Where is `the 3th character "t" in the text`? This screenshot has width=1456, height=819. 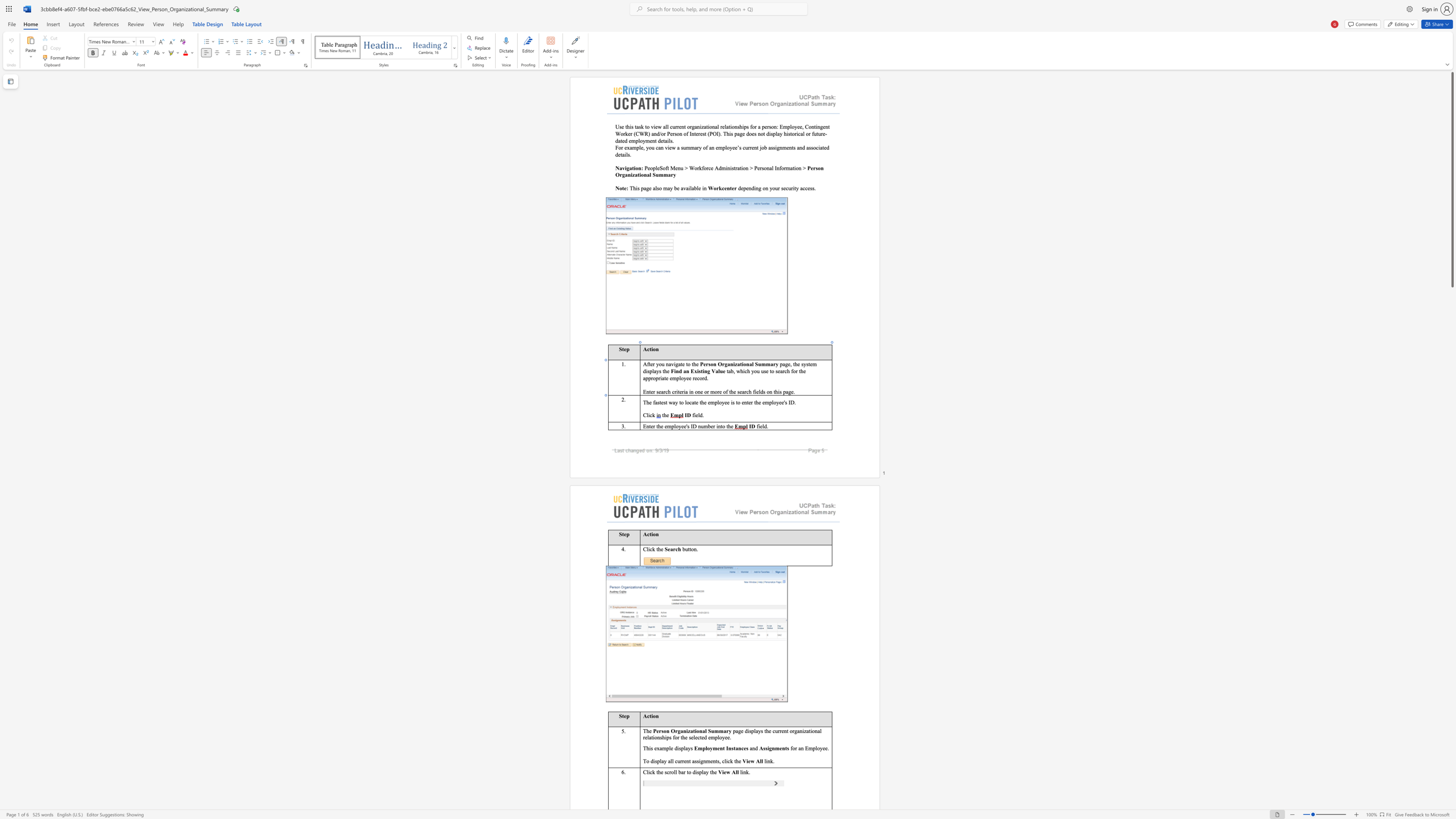 the 3th character "t" in the text is located at coordinates (730, 391).